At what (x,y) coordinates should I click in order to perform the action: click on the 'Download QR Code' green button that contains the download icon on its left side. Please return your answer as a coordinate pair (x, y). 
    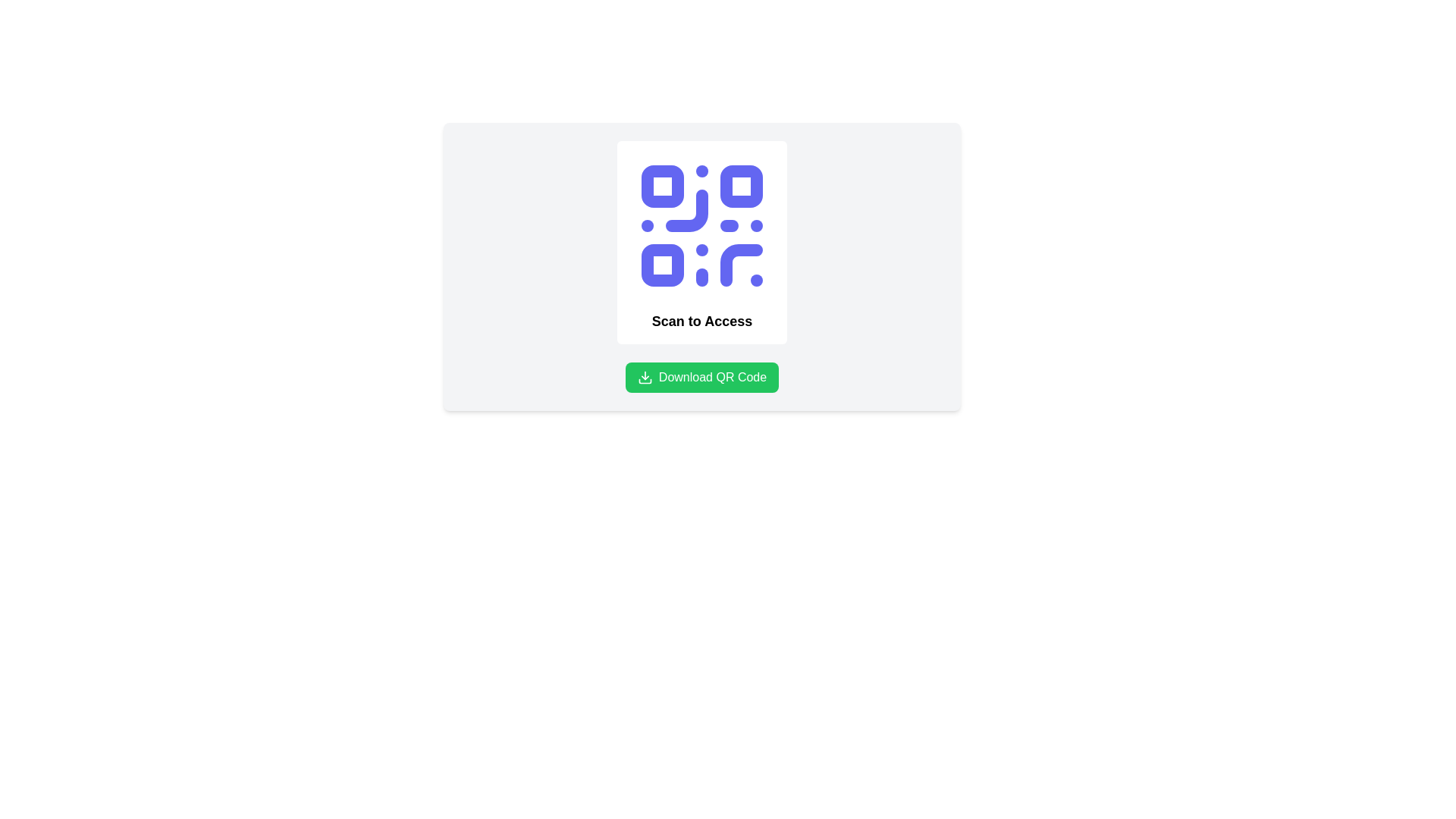
    Looking at the image, I should click on (645, 376).